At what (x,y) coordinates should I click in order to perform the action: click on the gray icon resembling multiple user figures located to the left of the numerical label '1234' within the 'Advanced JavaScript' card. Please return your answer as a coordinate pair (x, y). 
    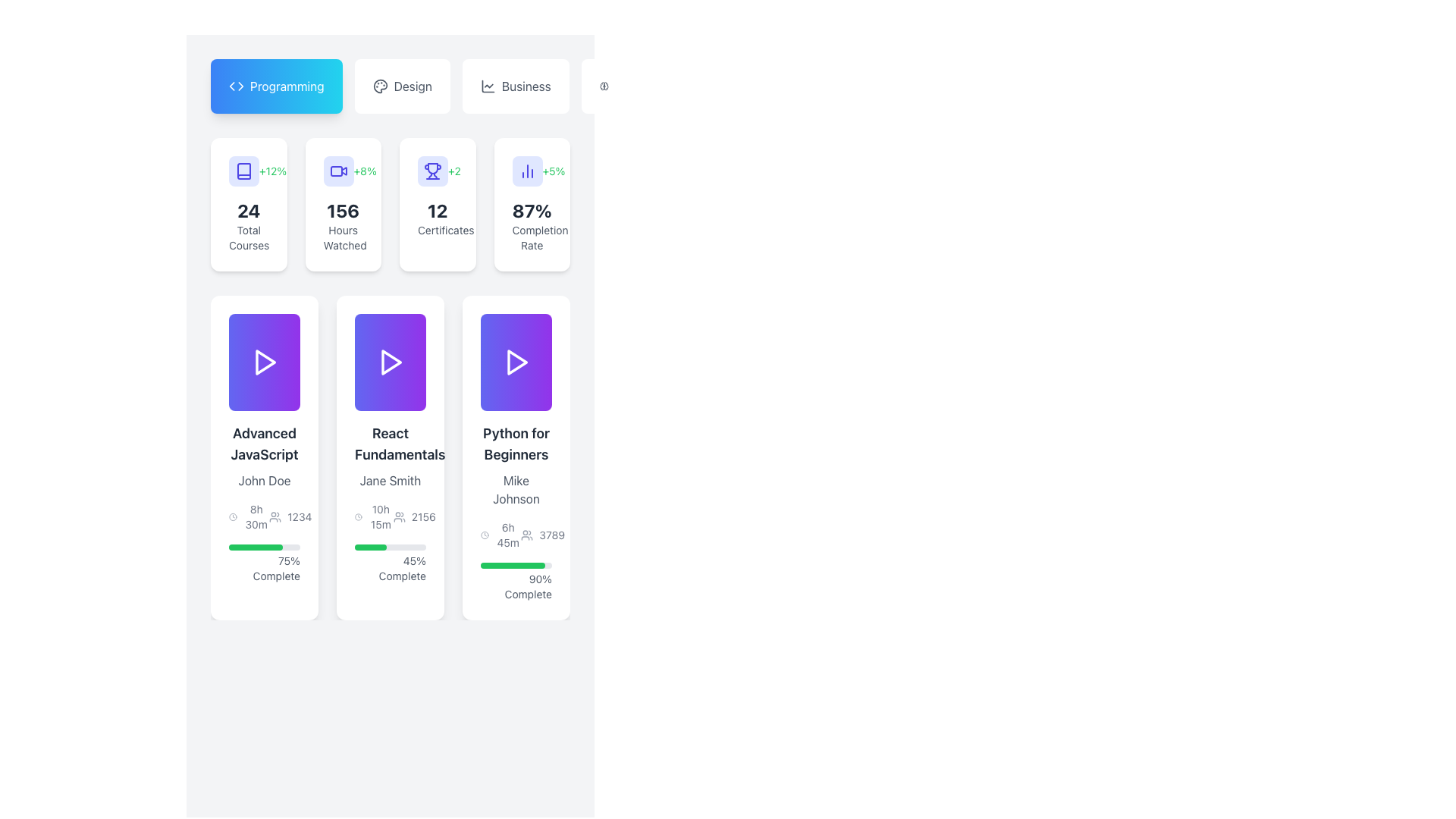
    Looking at the image, I should click on (275, 516).